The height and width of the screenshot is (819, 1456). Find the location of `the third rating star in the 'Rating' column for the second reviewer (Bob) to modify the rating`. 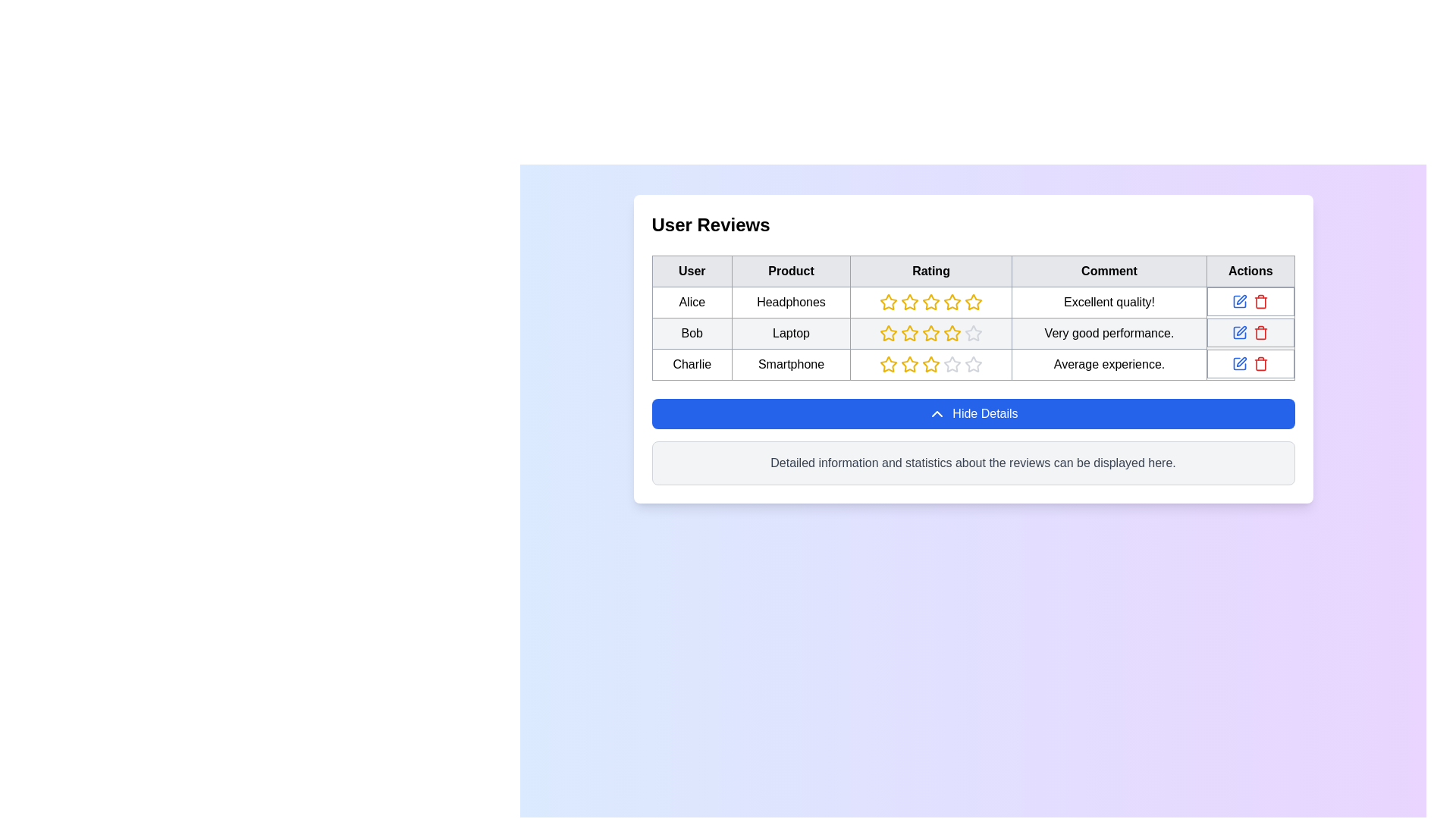

the third rating star in the 'Rating' column for the second reviewer (Bob) to modify the rating is located at coordinates (930, 332).